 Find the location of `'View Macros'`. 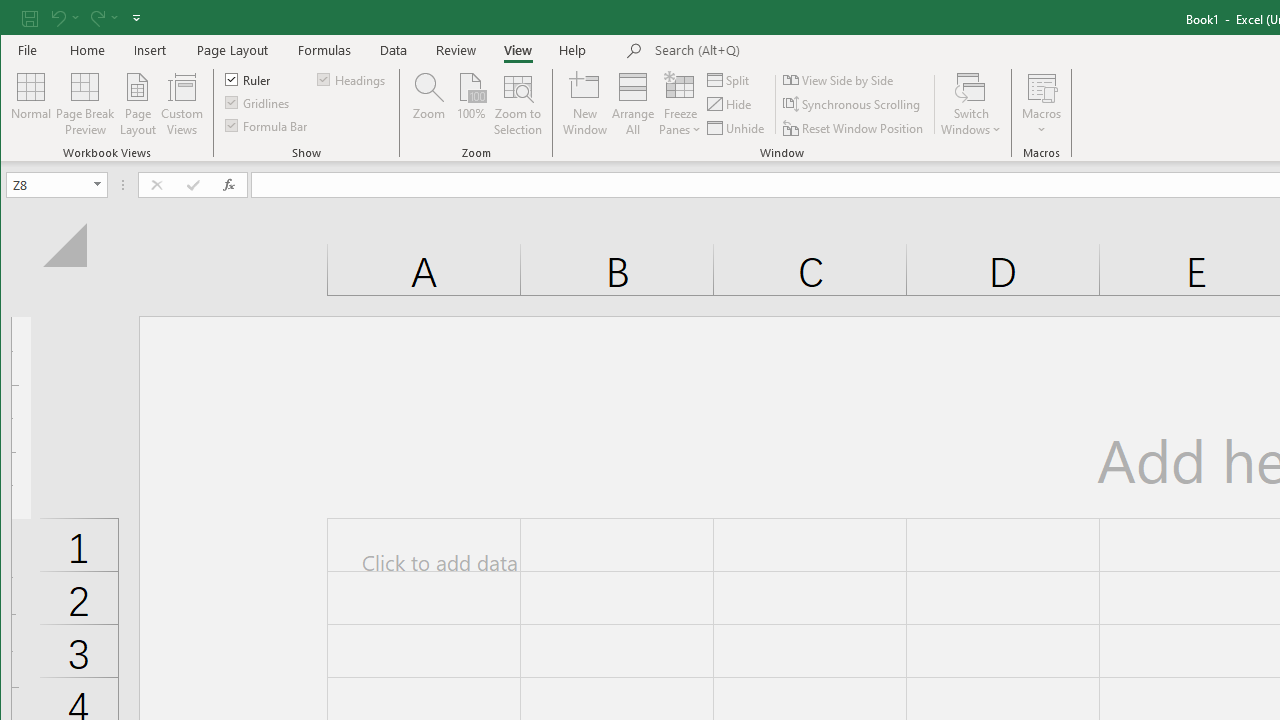

'View Macros' is located at coordinates (1040, 85).